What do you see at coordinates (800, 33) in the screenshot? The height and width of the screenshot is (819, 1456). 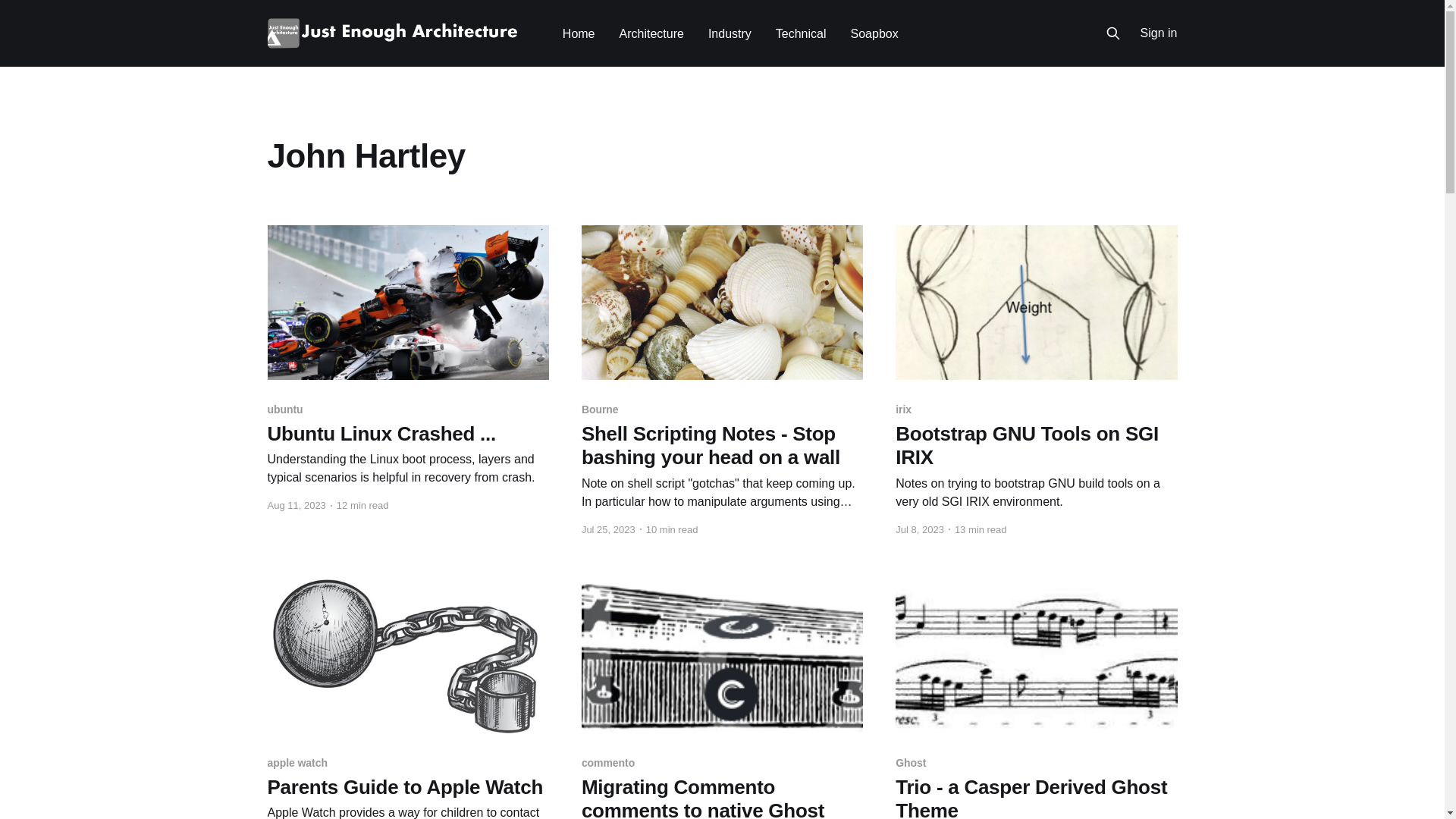 I see `'Technical'` at bounding box center [800, 33].